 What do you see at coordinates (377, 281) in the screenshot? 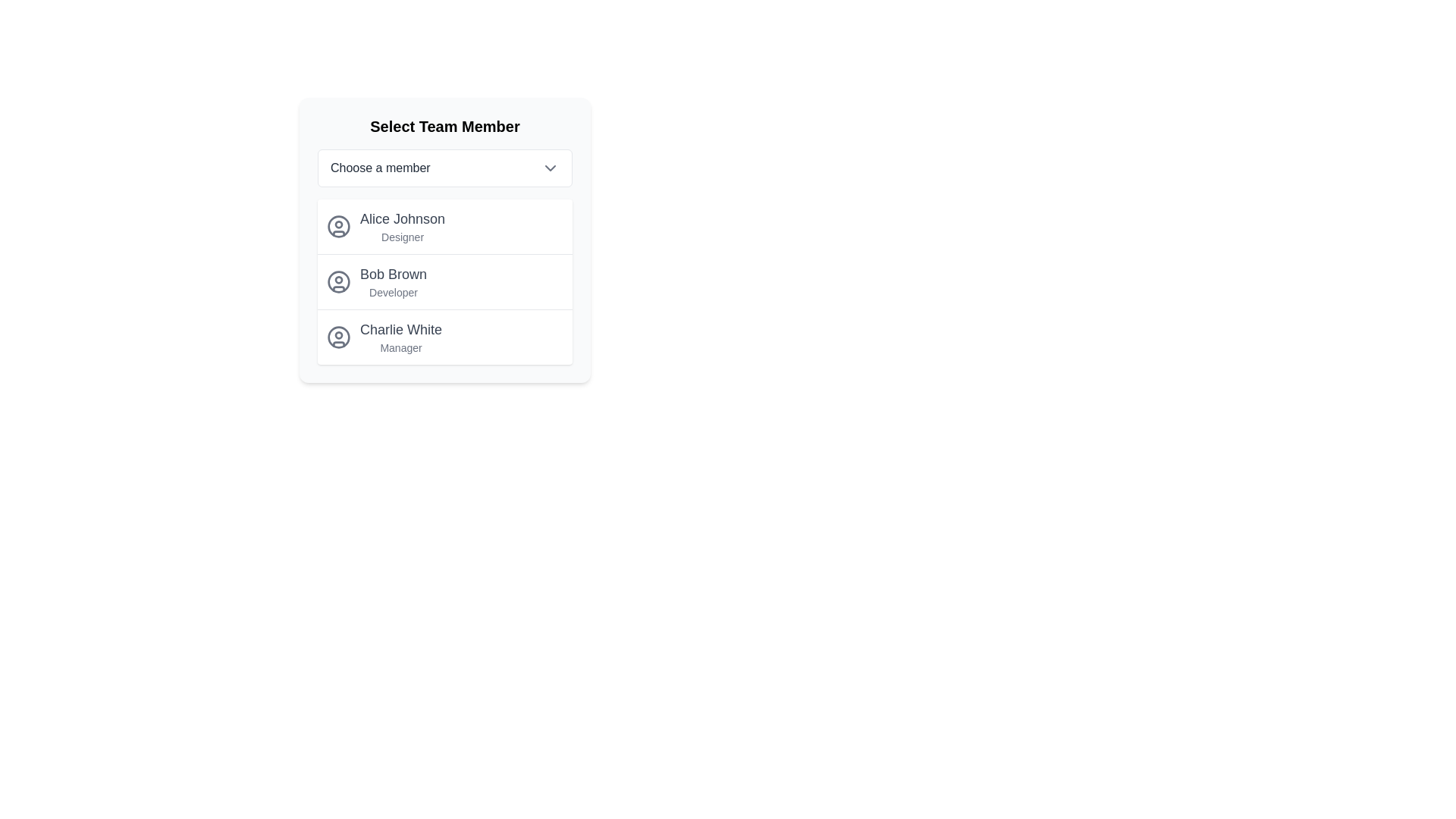
I see `the second profile entry in the team member list, located between 'Alice Johnson' and 'Charlie White'` at bounding box center [377, 281].